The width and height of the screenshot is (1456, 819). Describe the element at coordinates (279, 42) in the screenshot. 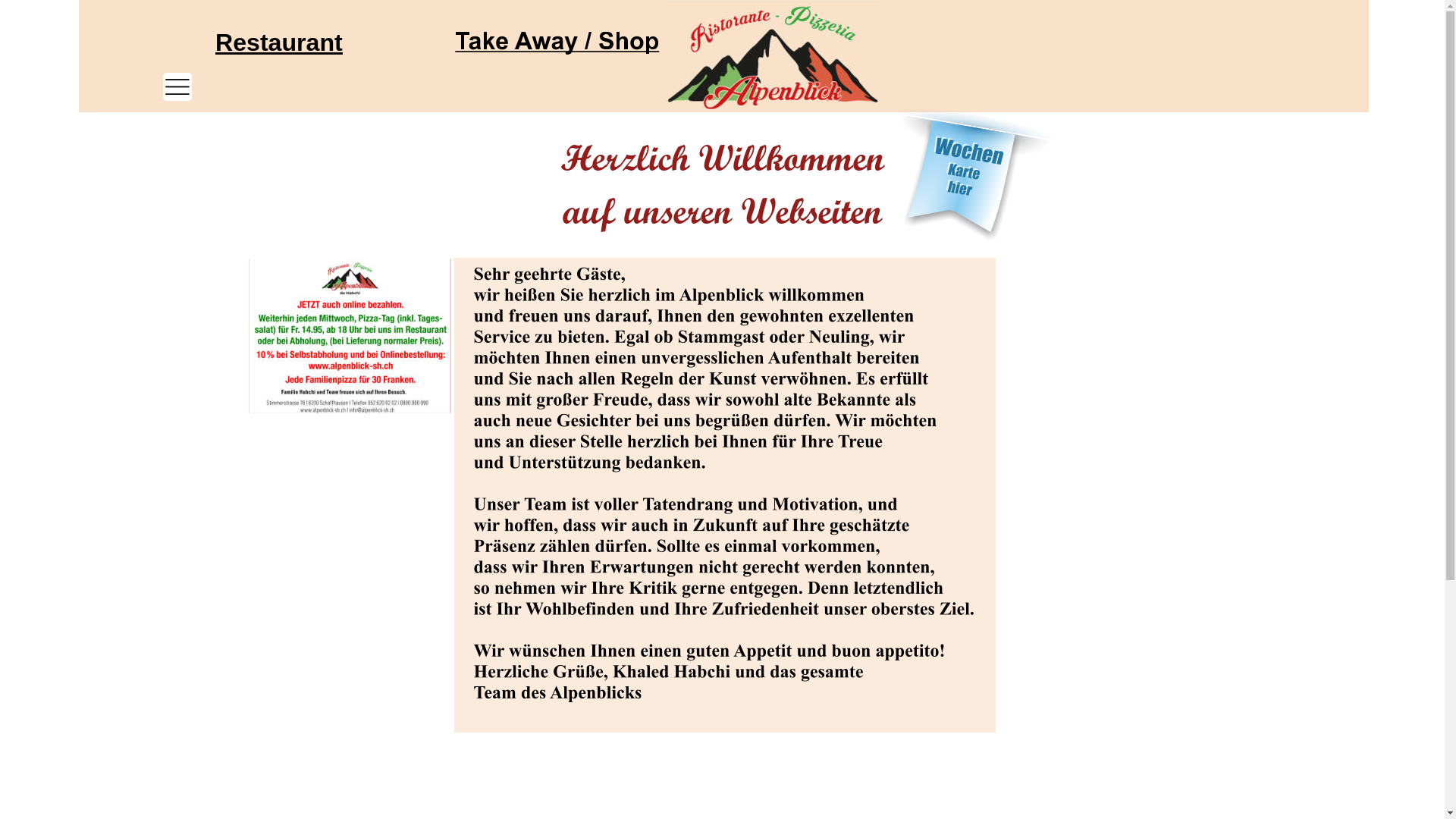

I see `'Restaurant'` at that location.